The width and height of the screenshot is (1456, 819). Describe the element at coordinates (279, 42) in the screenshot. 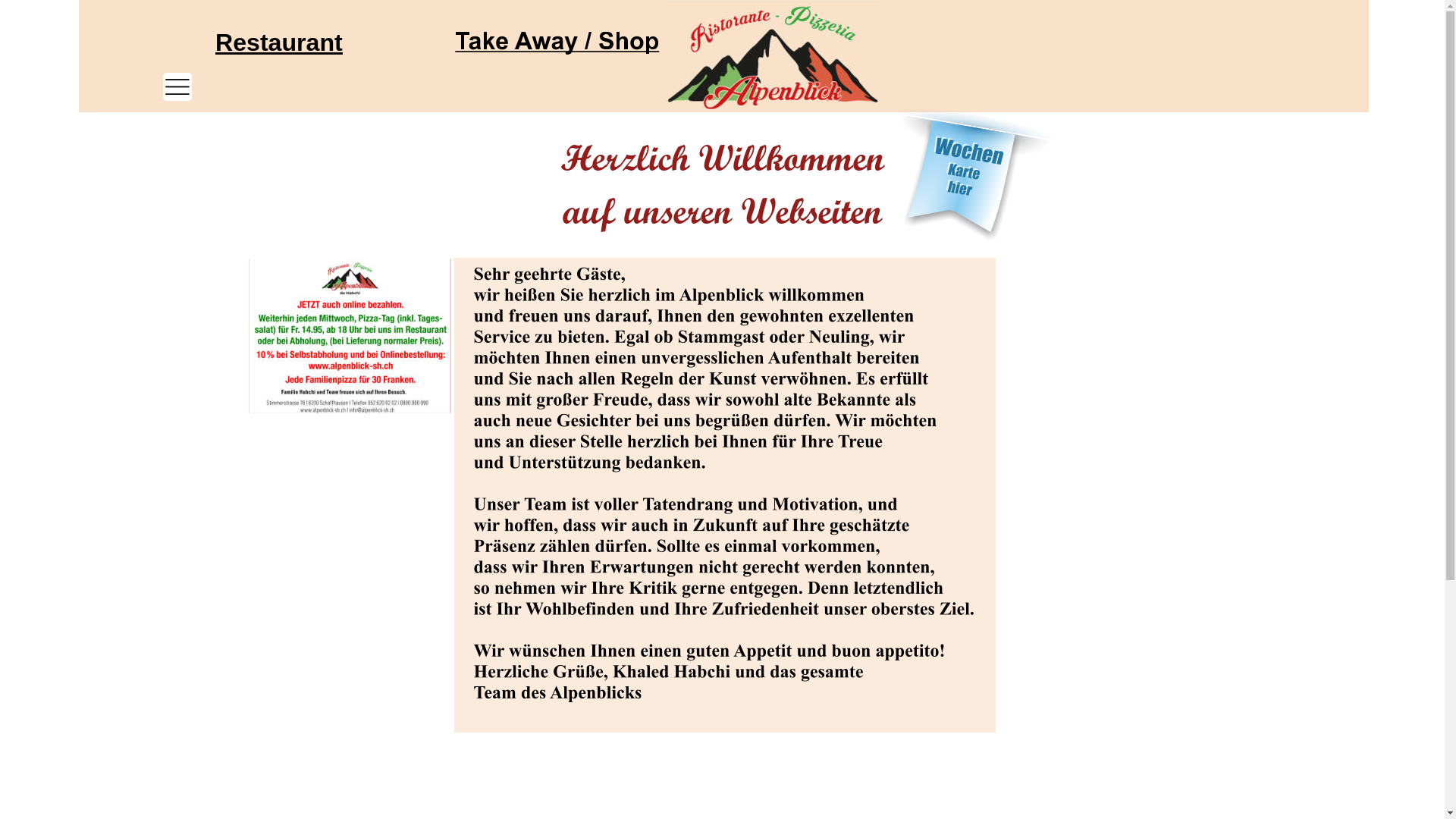

I see `'Restaurant'` at that location.